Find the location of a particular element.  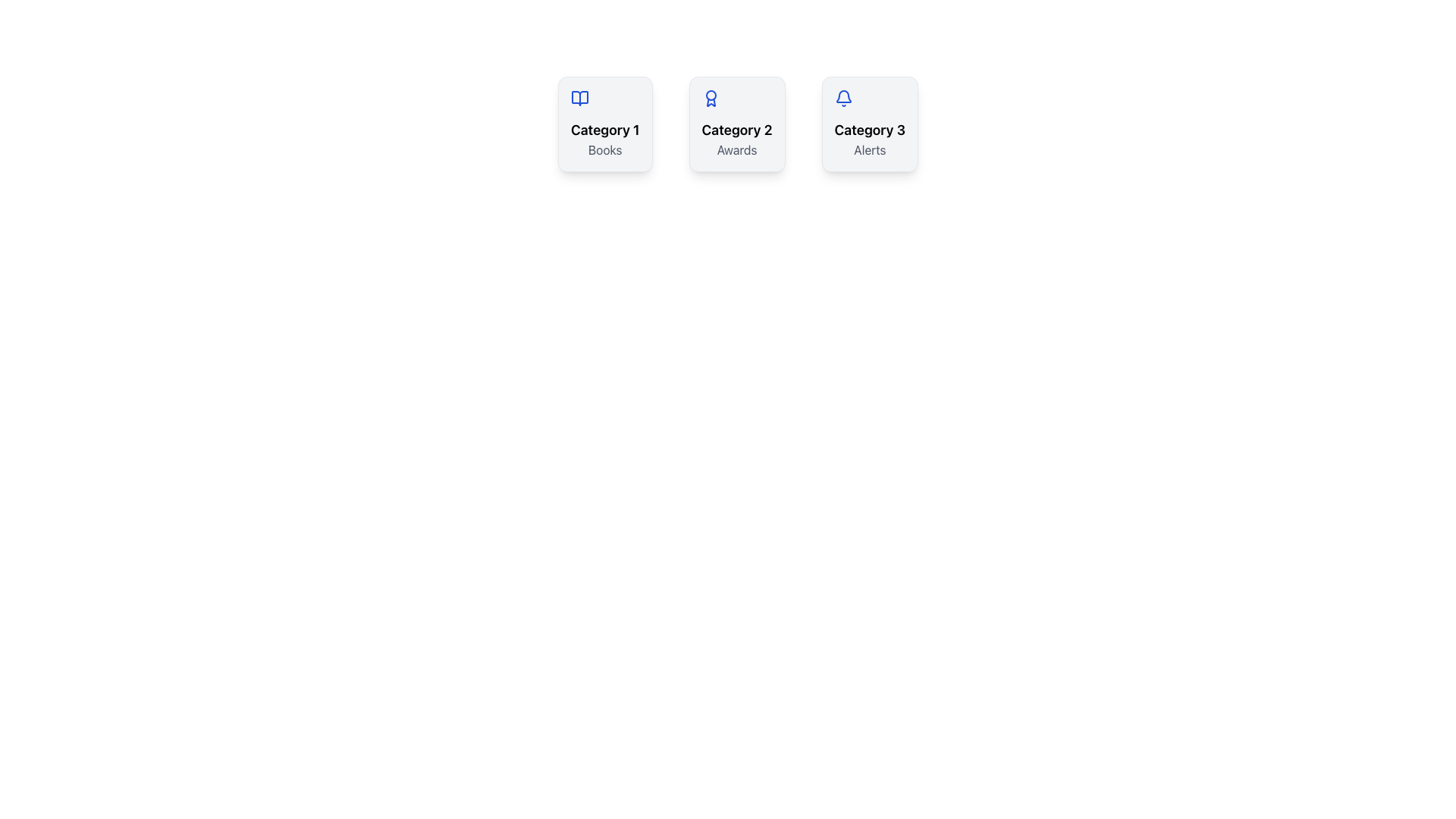

the second button in the horizontal arrangement of category elements, which has a light gray background and contains the text 'Category 2' and 'Awards' is located at coordinates (737, 124).